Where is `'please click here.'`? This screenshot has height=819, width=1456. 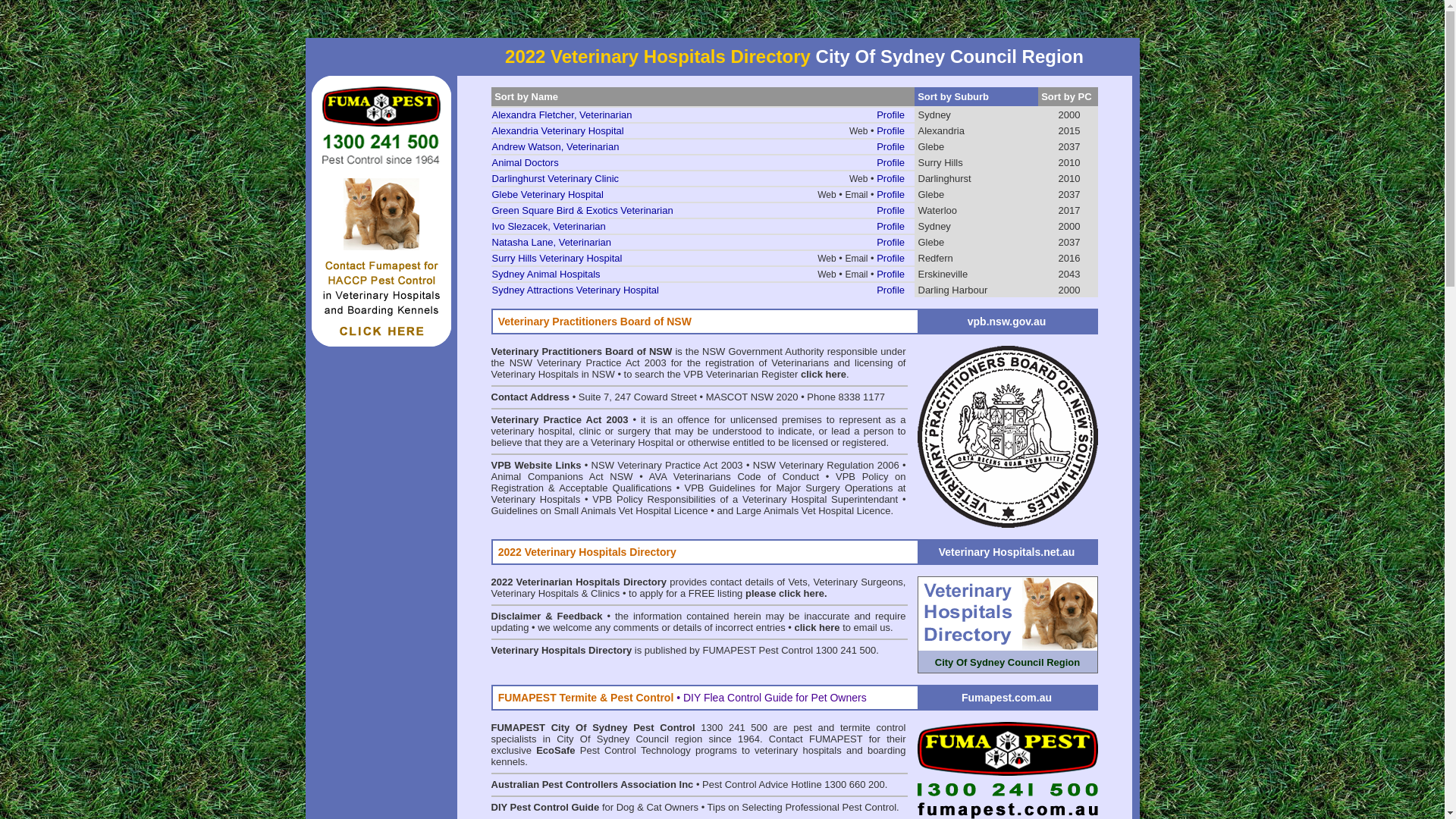 'please click here.' is located at coordinates (786, 592).